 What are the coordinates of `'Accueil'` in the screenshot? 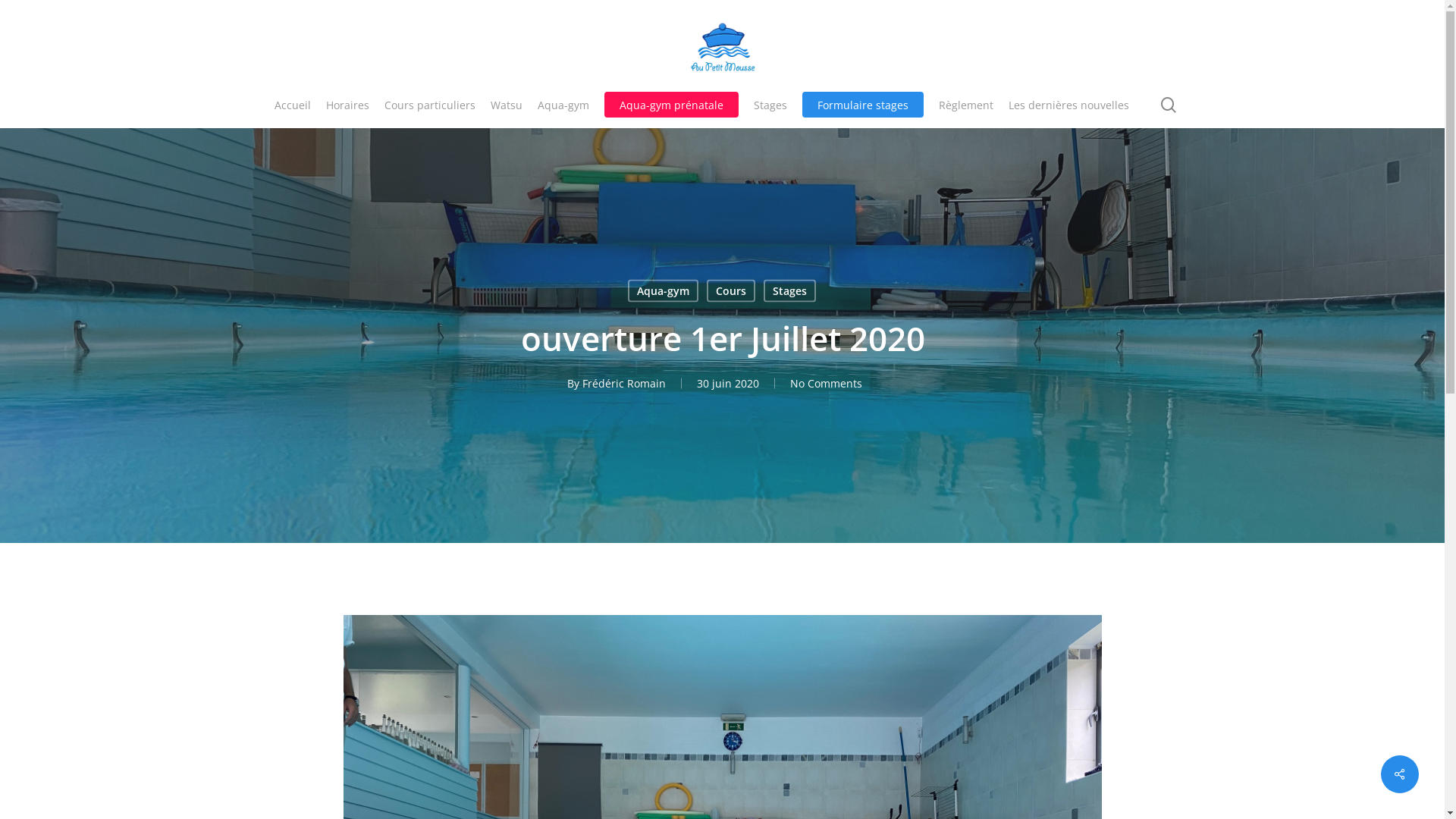 It's located at (292, 104).